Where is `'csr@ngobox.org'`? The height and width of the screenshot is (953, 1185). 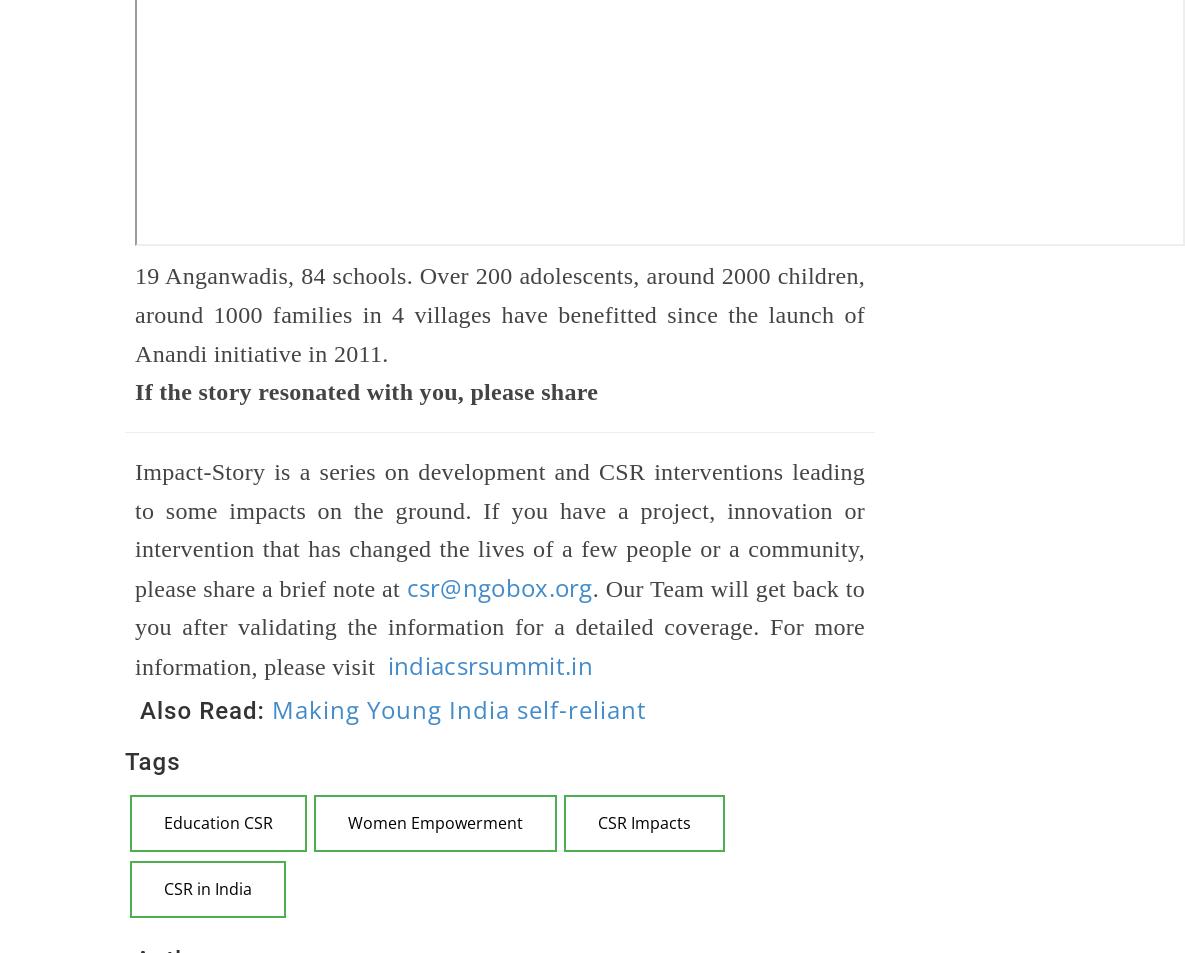
'csr@ngobox.org' is located at coordinates (499, 586).